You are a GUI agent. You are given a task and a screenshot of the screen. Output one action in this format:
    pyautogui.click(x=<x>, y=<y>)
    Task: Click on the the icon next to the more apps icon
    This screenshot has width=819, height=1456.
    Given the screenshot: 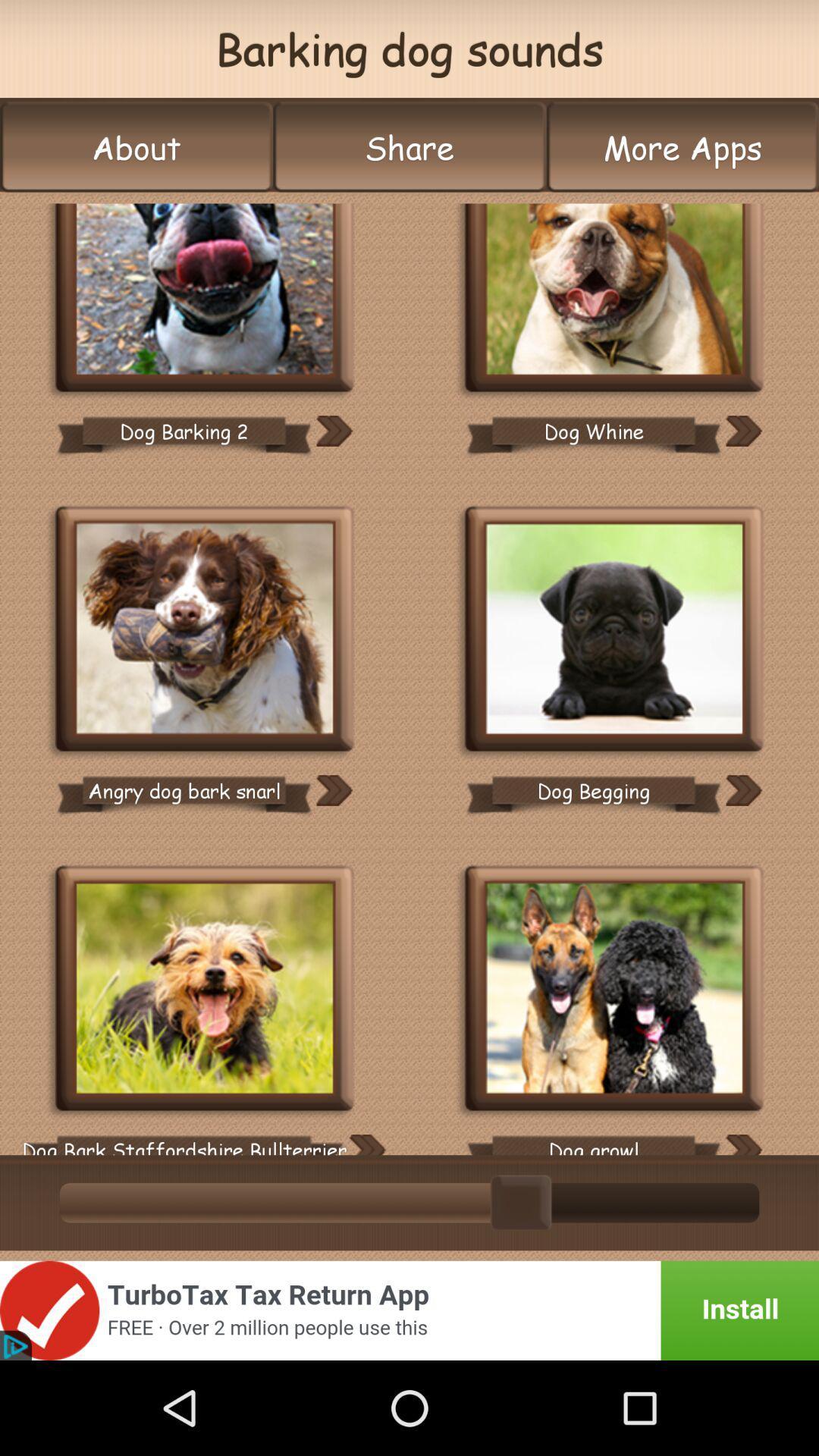 What is the action you would take?
    pyautogui.click(x=409, y=147)
    